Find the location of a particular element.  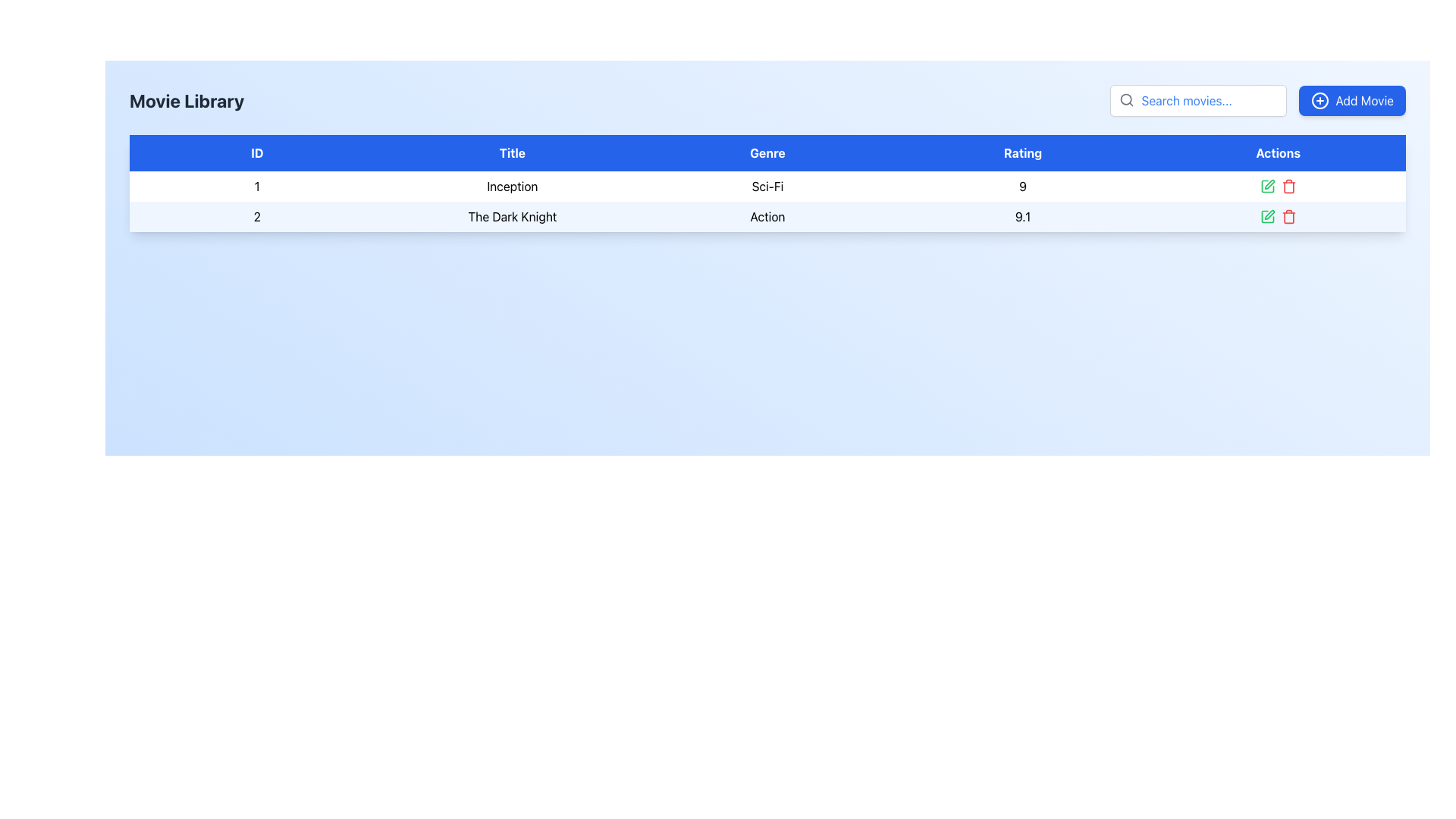

the gray magnifying glass icon located to the left of the 'Search movies...' input field at the top-right corner of the interface is located at coordinates (1127, 99).